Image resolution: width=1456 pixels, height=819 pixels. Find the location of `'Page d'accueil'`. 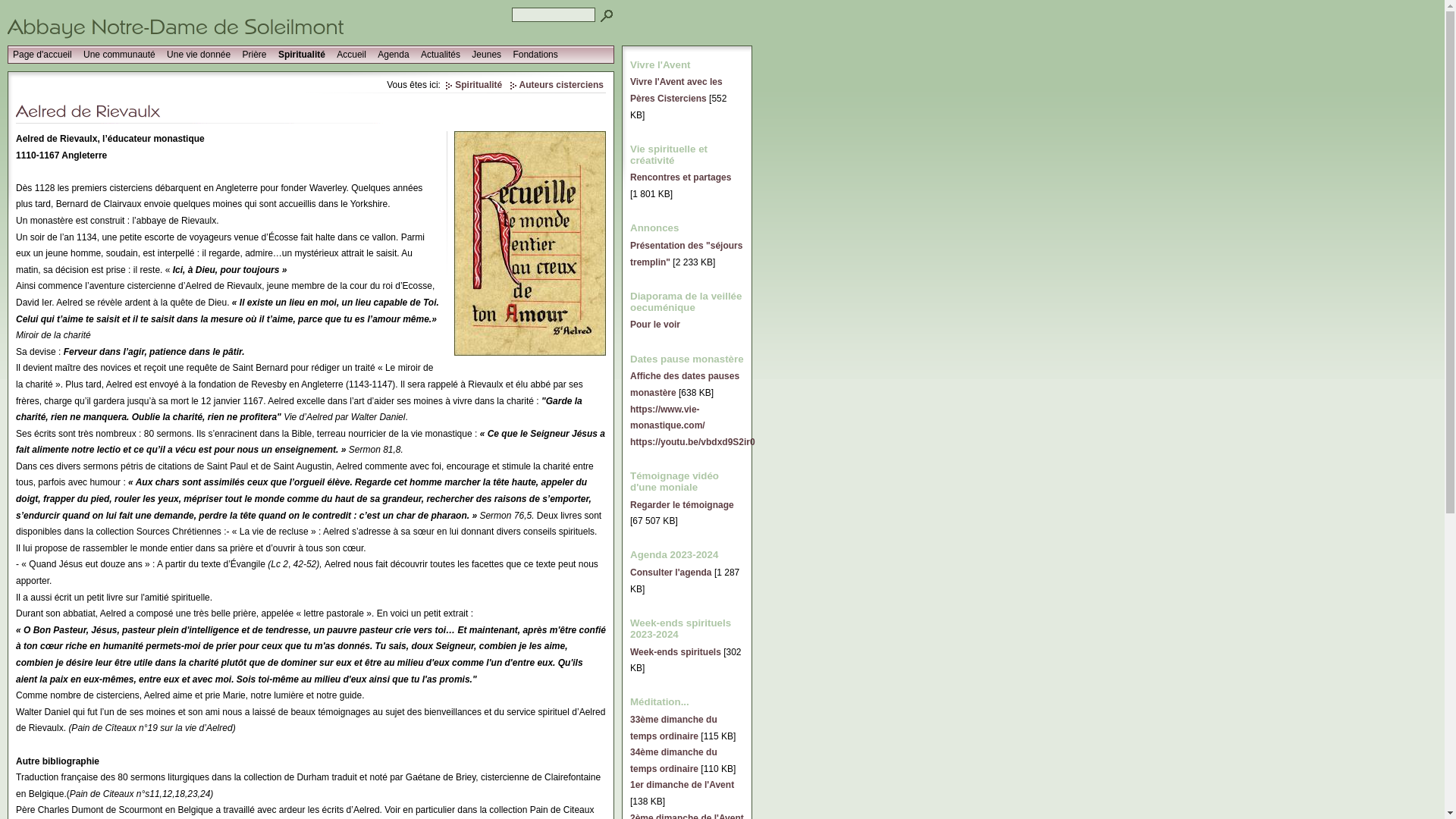

'Page d'accueil' is located at coordinates (8, 54).